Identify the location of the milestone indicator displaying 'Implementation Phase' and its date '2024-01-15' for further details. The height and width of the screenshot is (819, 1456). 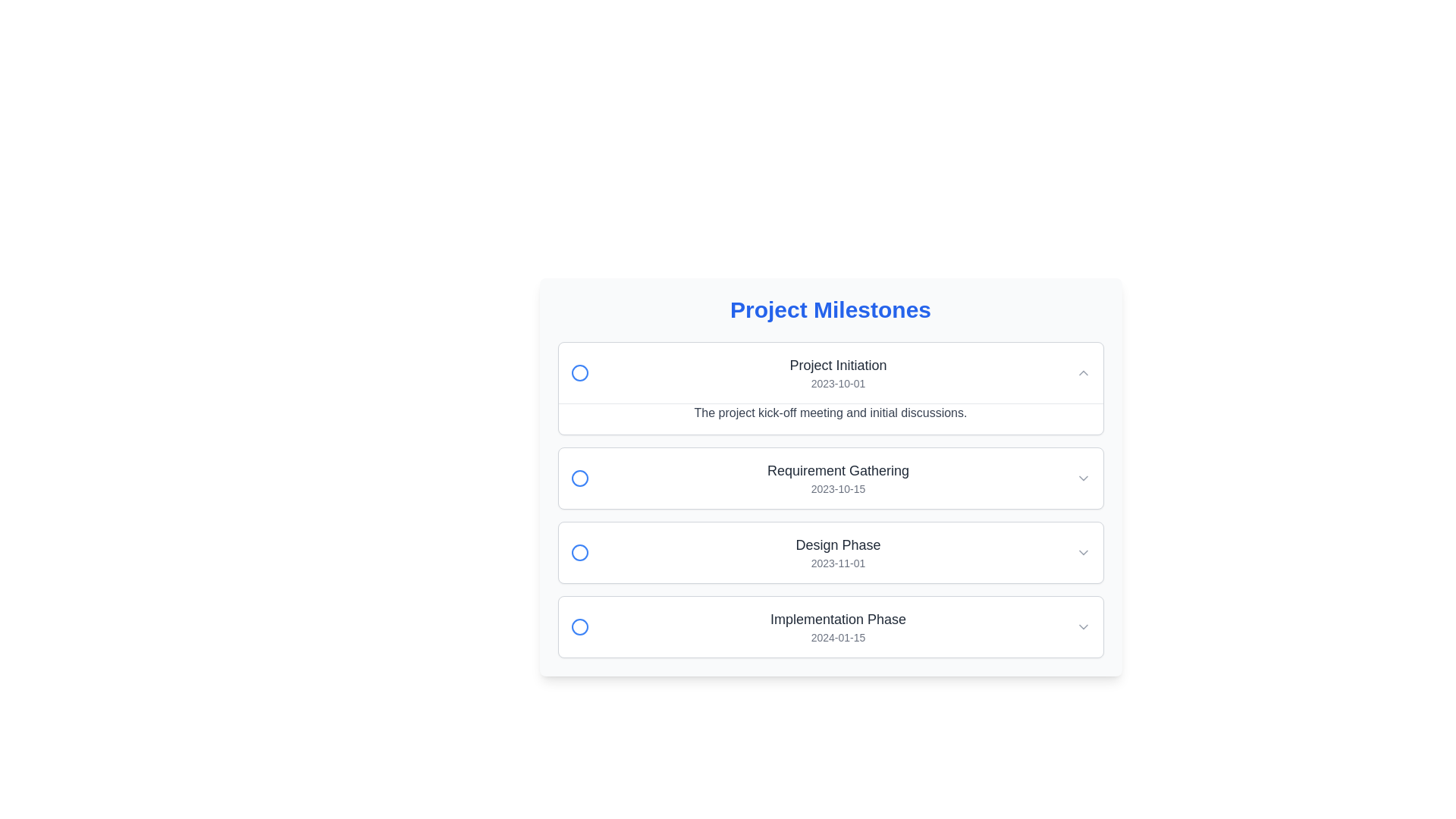
(837, 626).